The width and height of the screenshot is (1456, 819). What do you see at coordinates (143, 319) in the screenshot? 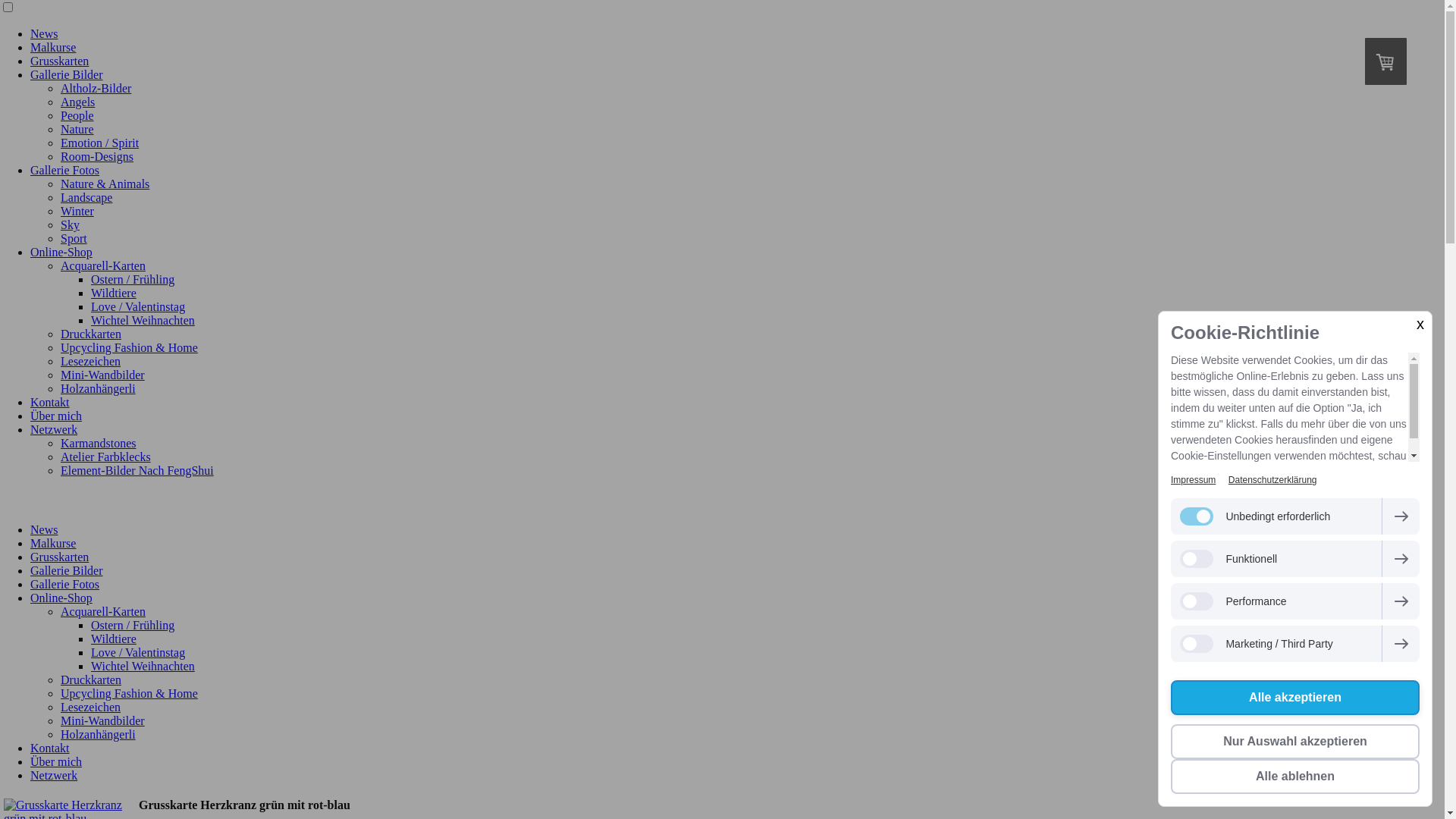
I see `'Wichtel Weihnachten'` at bounding box center [143, 319].